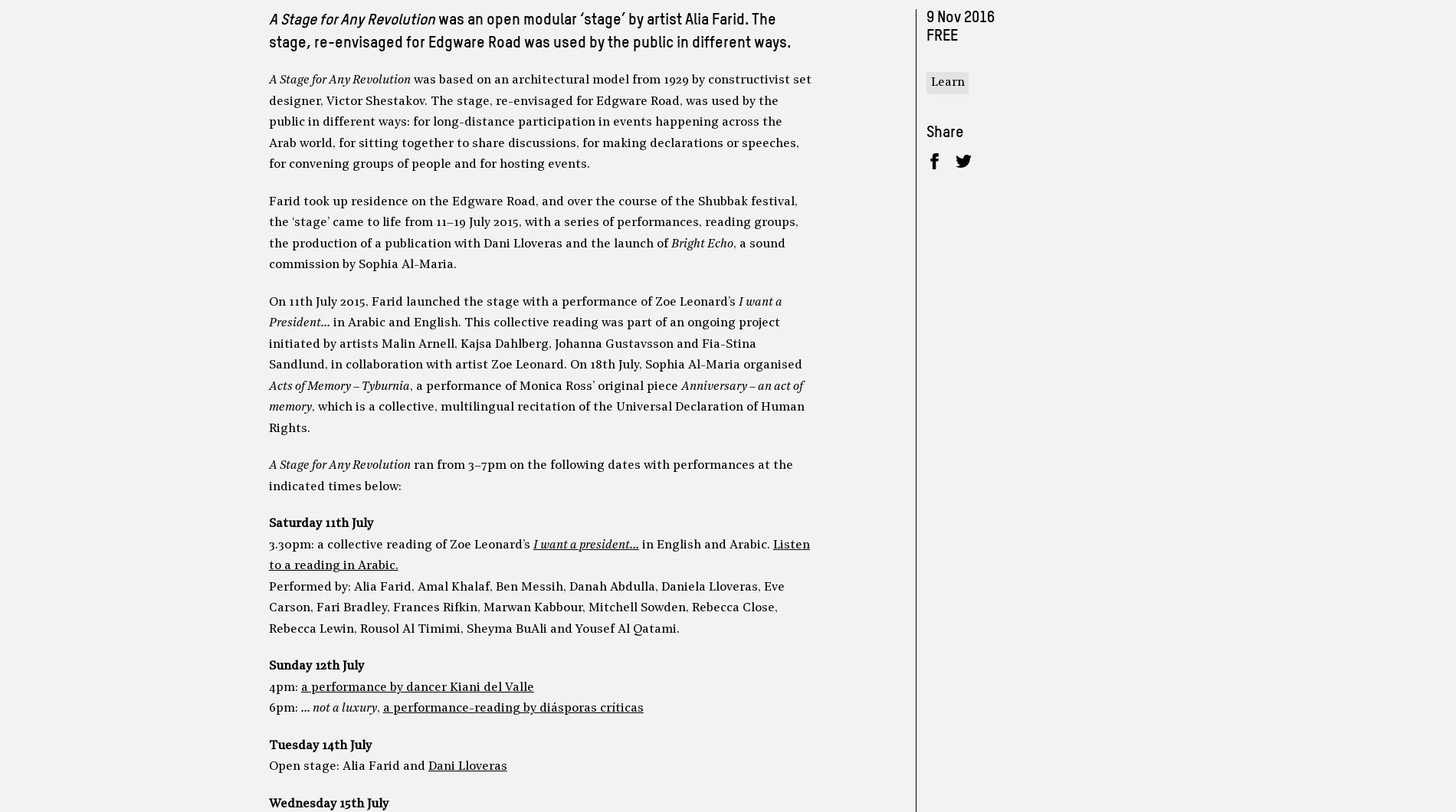 Image resolution: width=1456 pixels, height=812 pixels. Describe the element at coordinates (959, 18) in the screenshot. I see `'9 Nov 2016'` at that location.